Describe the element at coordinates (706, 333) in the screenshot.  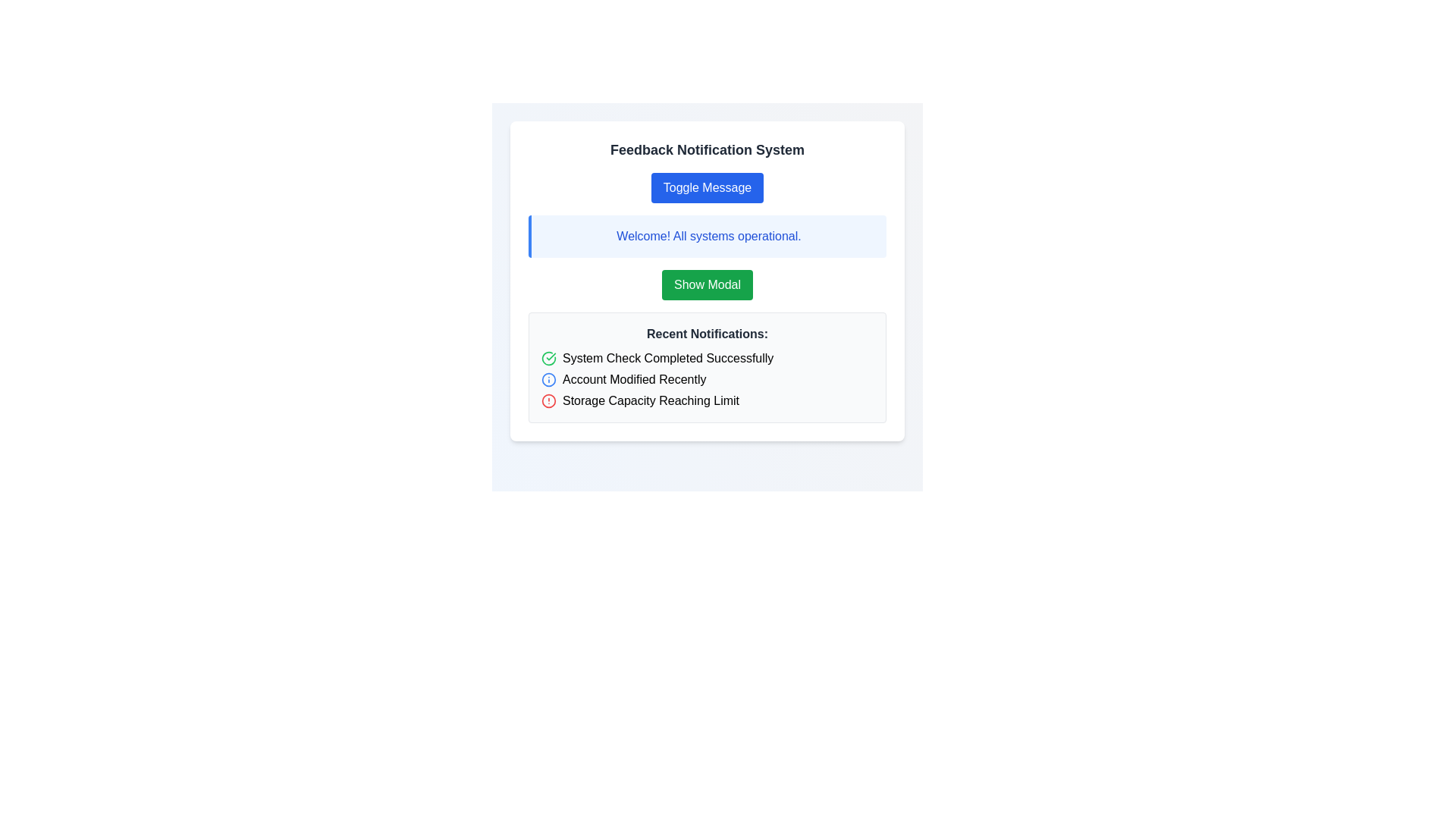
I see `the bold text label 'Recent Notifications:' which is prominently displayed in dark gray against a light background, located above a list of notification items` at that location.